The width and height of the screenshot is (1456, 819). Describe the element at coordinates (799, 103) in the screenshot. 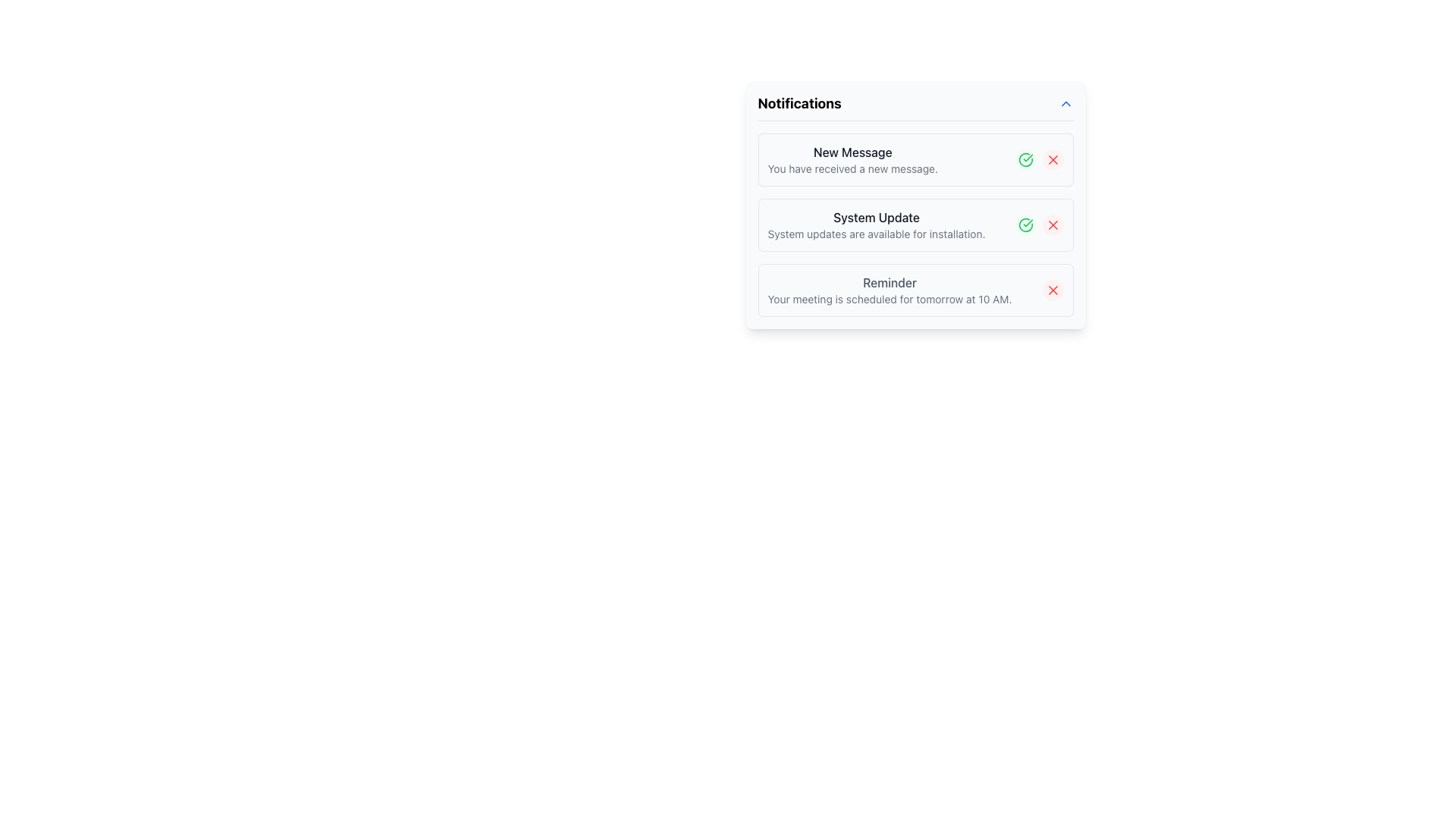

I see `the static text label that serves as the title for the notifications panel, which is positioned at the top left of the notification section` at that location.